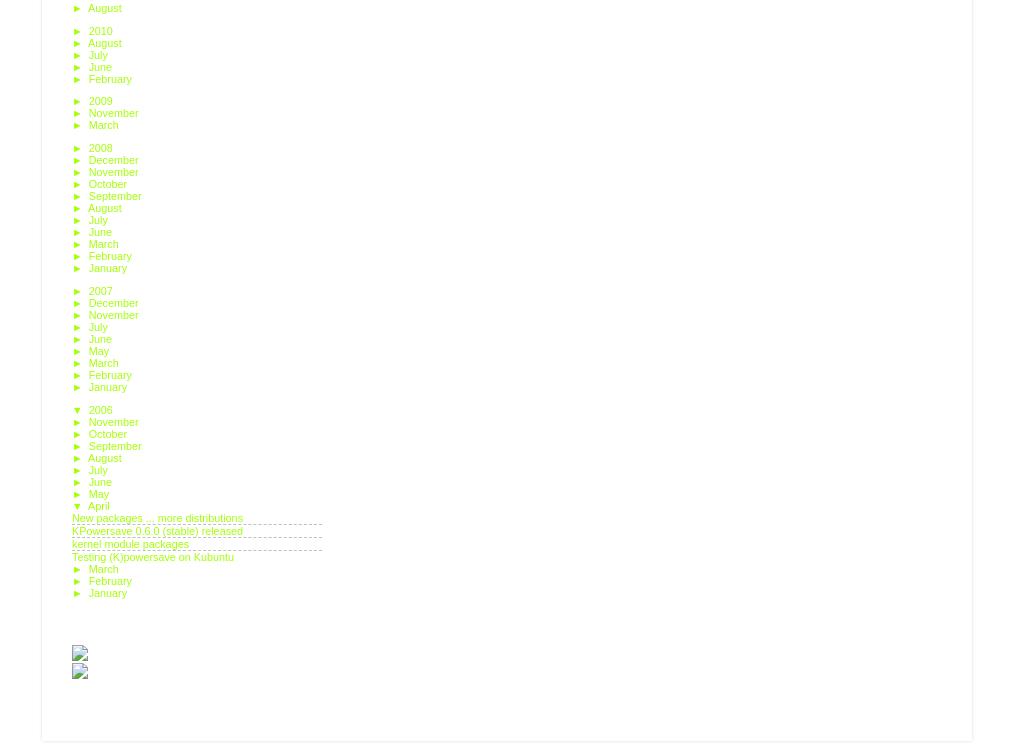  Describe the element at coordinates (101, 289) in the screenshot. I see `'2007'` at that location.